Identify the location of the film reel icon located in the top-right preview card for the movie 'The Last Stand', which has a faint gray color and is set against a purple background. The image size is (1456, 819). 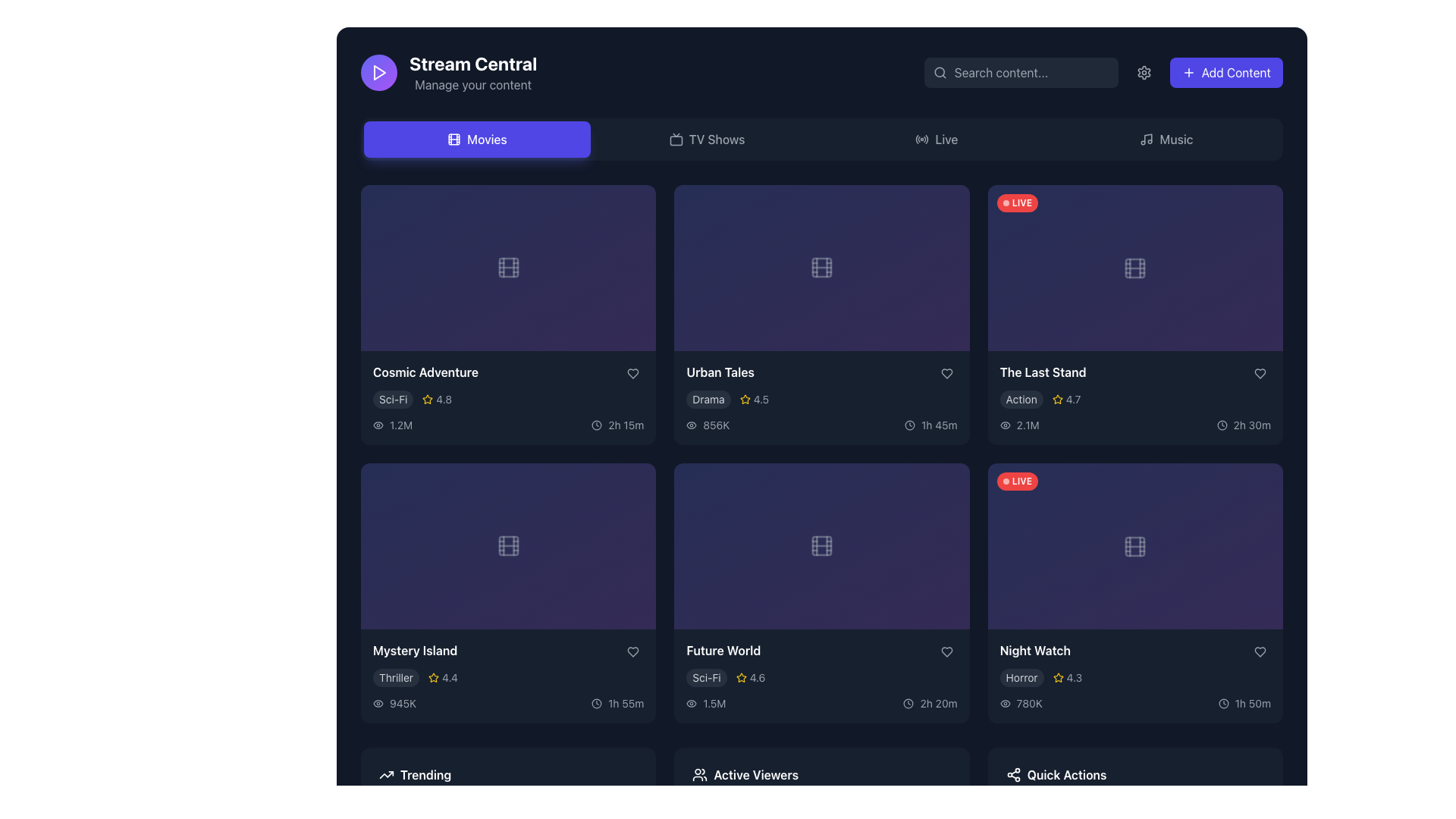
(1135, 267).